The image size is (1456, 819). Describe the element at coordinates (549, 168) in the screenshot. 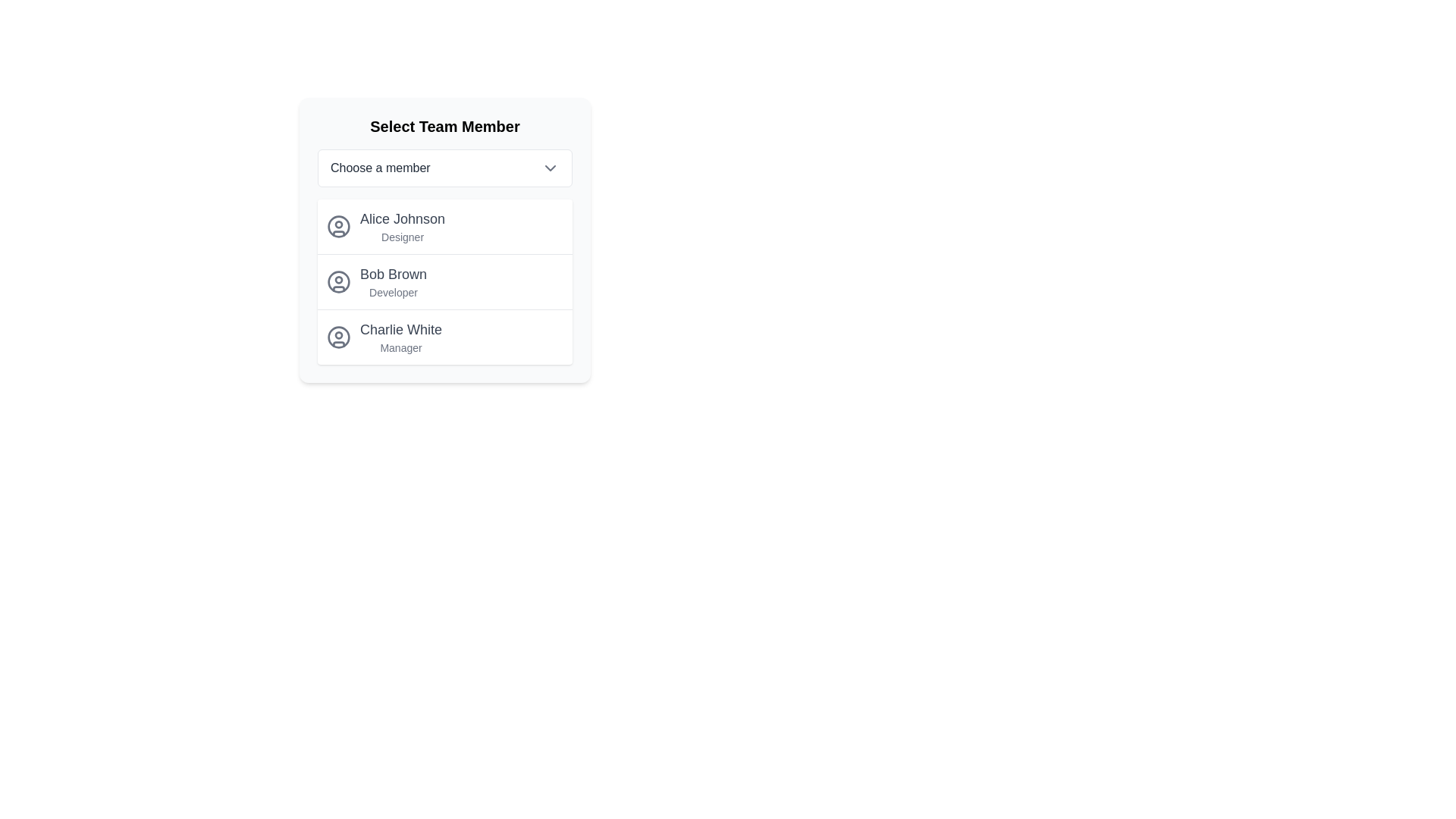

I see `the downward-pointing chevron icon with a gray stroke located in the 'Select Team Member' panel` at that location.